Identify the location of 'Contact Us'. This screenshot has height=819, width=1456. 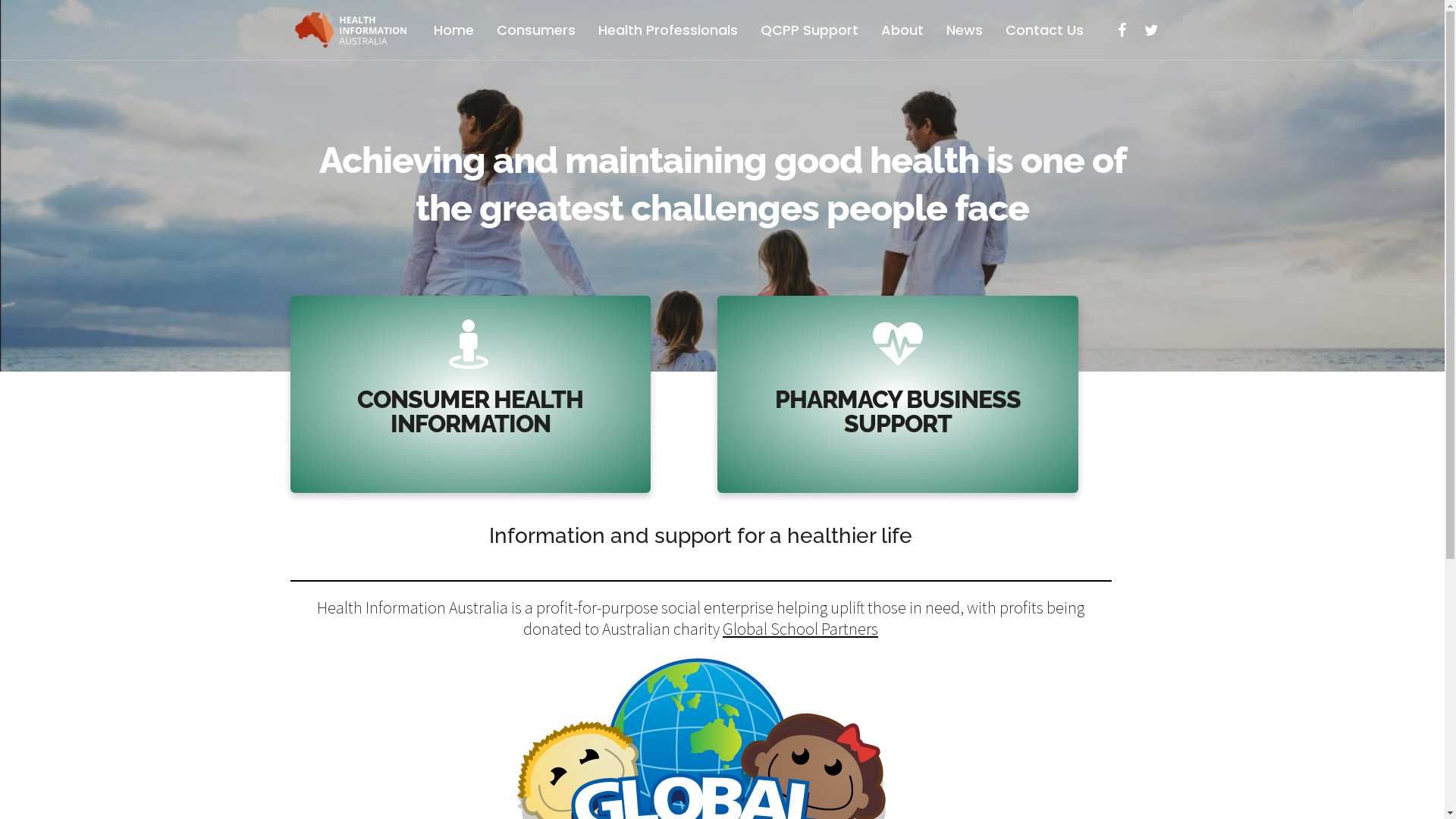
(1043, 30).